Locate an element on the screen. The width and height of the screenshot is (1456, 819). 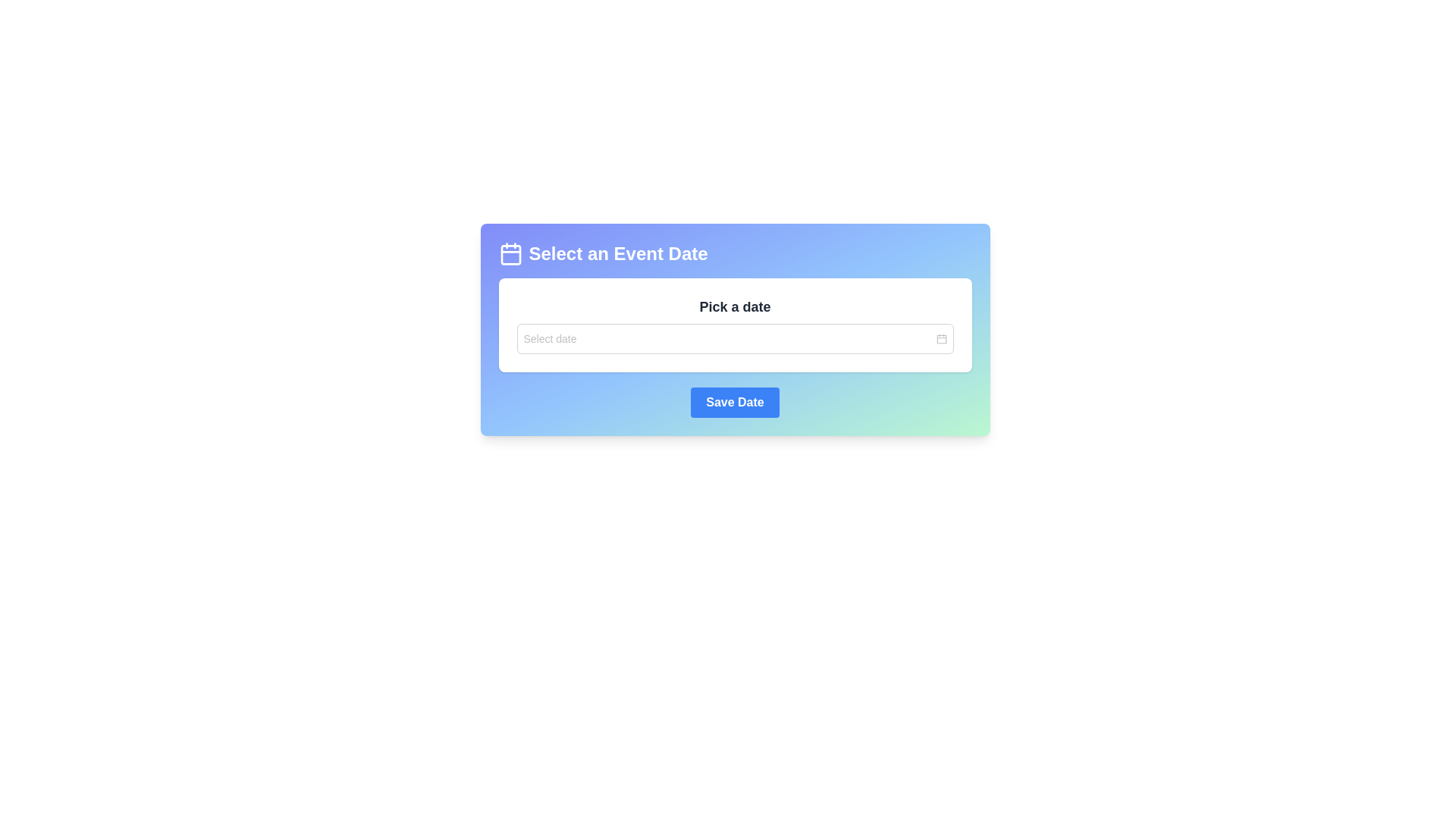
the calendar icon, which is styled with a white outline on a blue background and is located to the left of the header text 'Select an Event Date' is located at coordinates (510, 253).